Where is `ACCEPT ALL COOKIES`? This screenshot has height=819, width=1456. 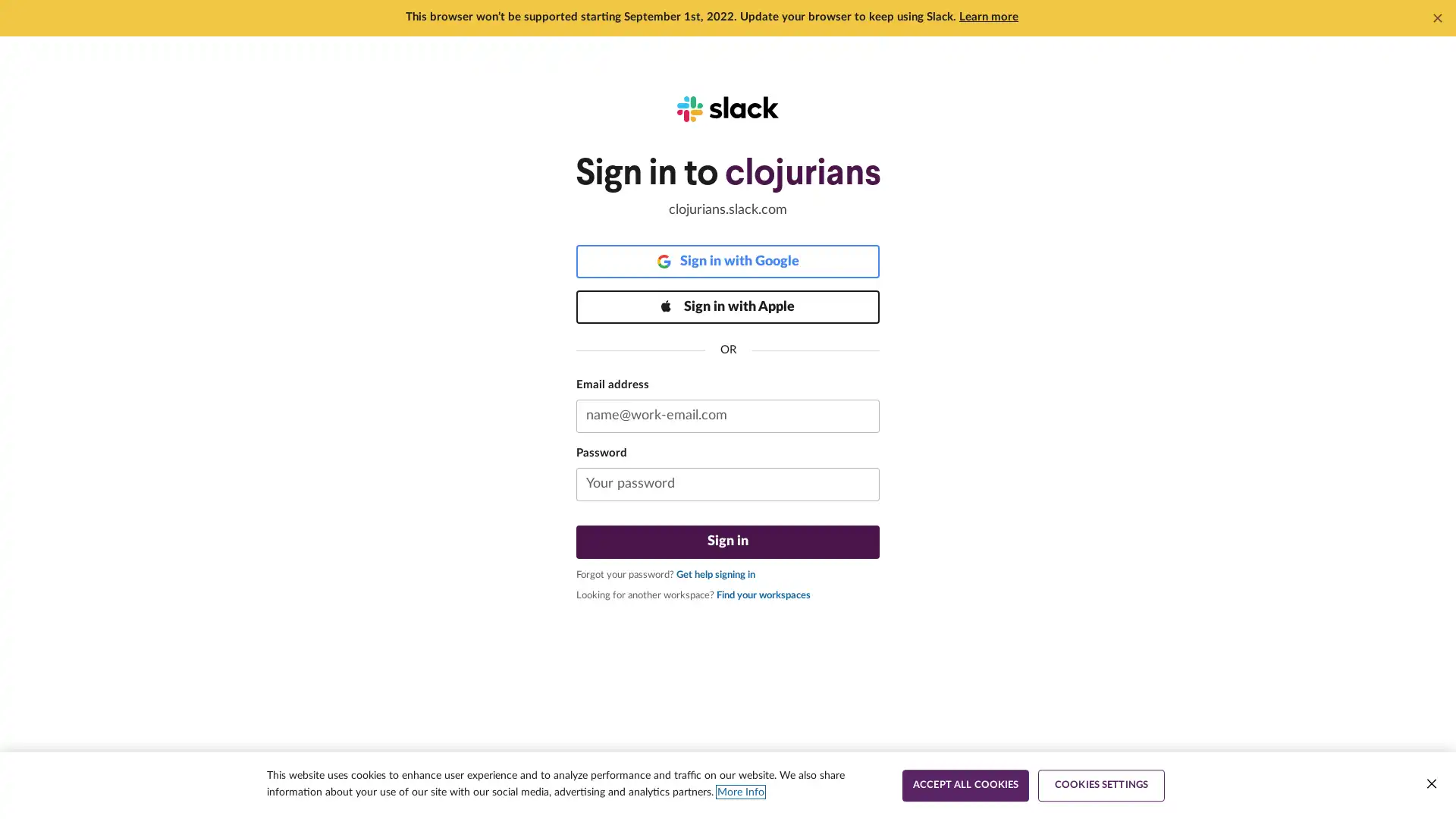
ACCEPT ALL COOKIES is located at coordinates (965, 785).